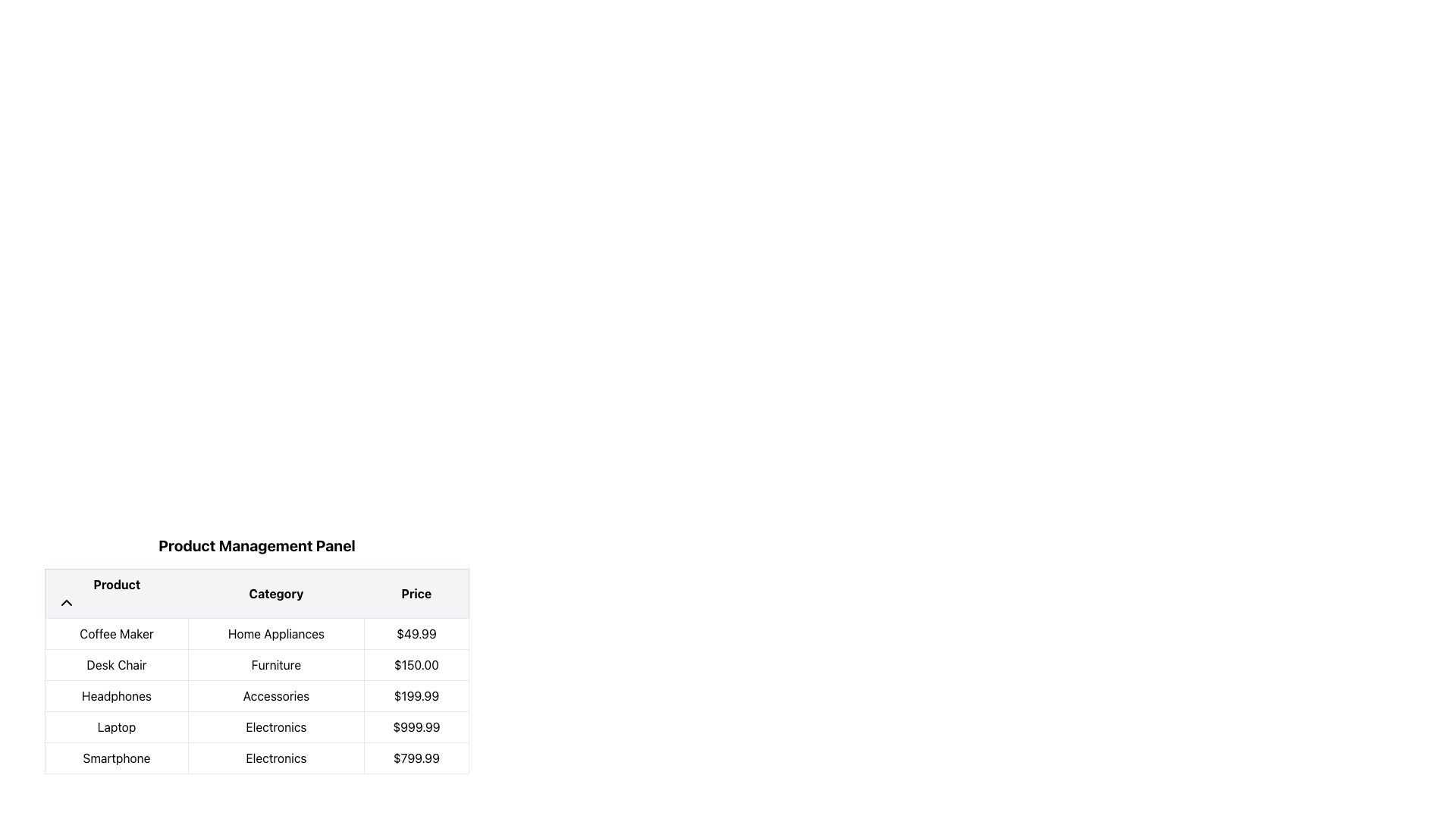  I want to click on the 'Laptop' text label in the second row of the table, which is centered and bordered, located in the first column, so click(115, 726).